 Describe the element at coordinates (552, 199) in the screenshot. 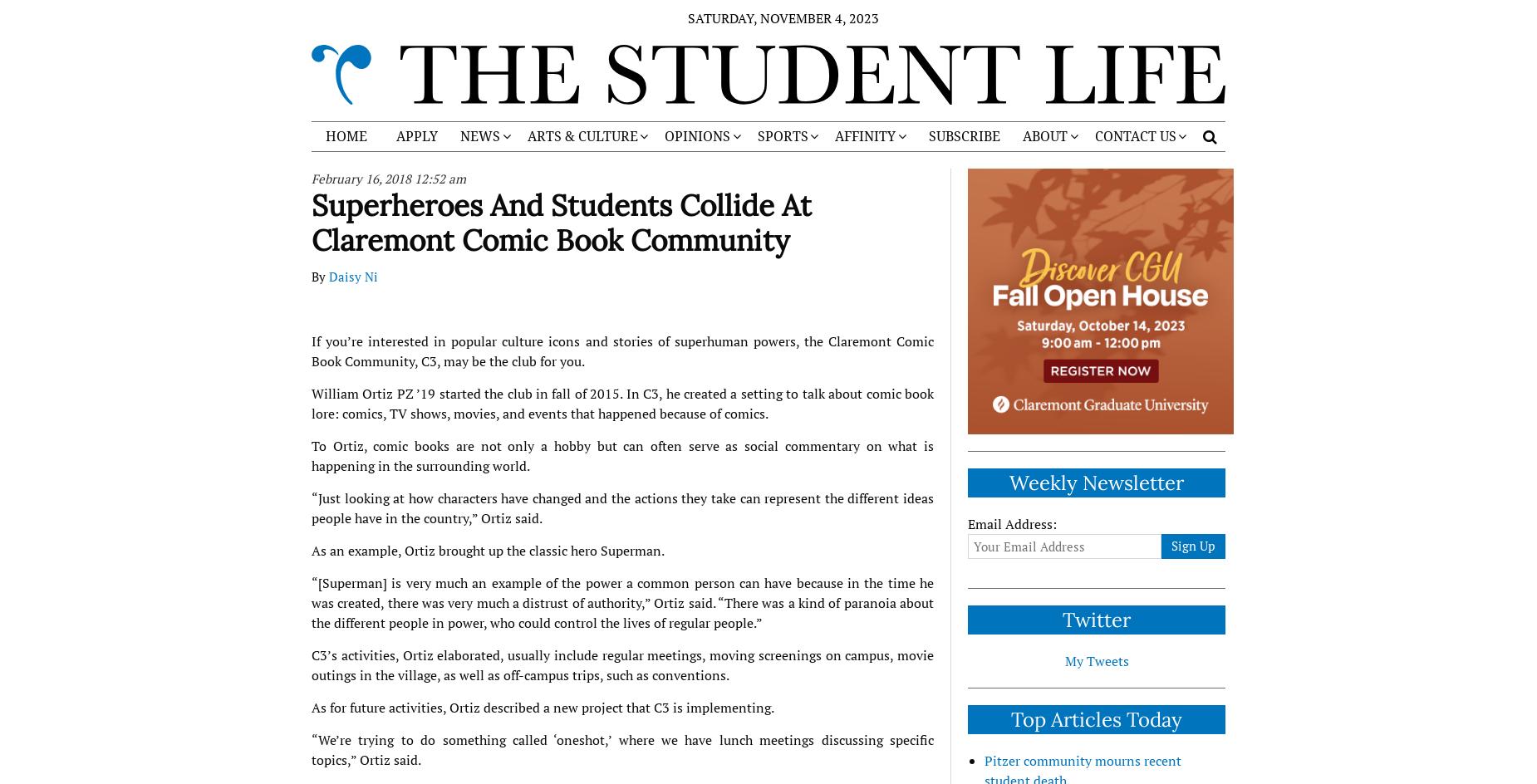

I see `'CLAREMONT MCKENNA COLLEGE'` at that location.